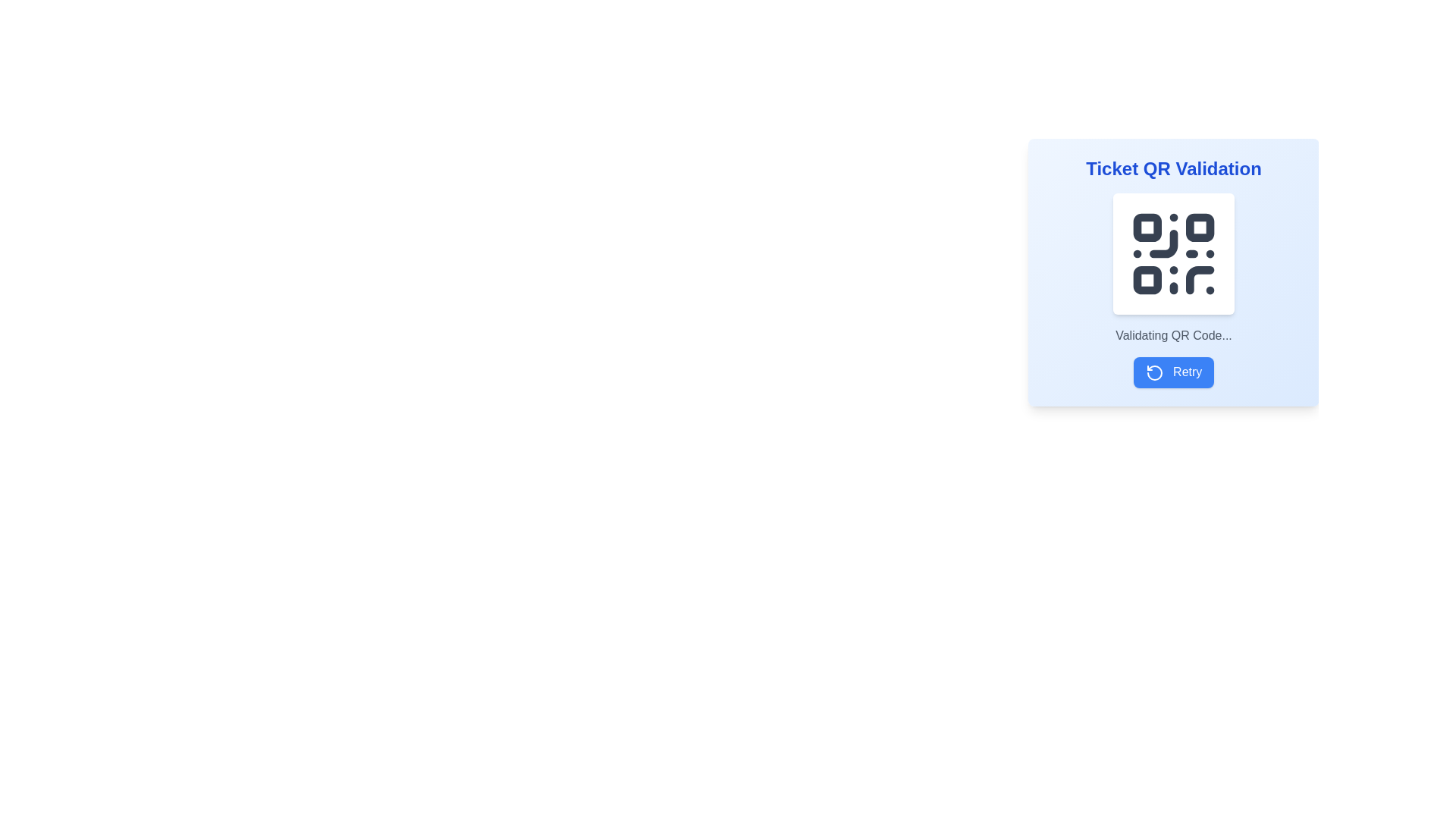 The width and height of the screenshot is (1456, 819). I want to click on the blue 'Retry' button with a white arrow icon, so click(1173, 372).